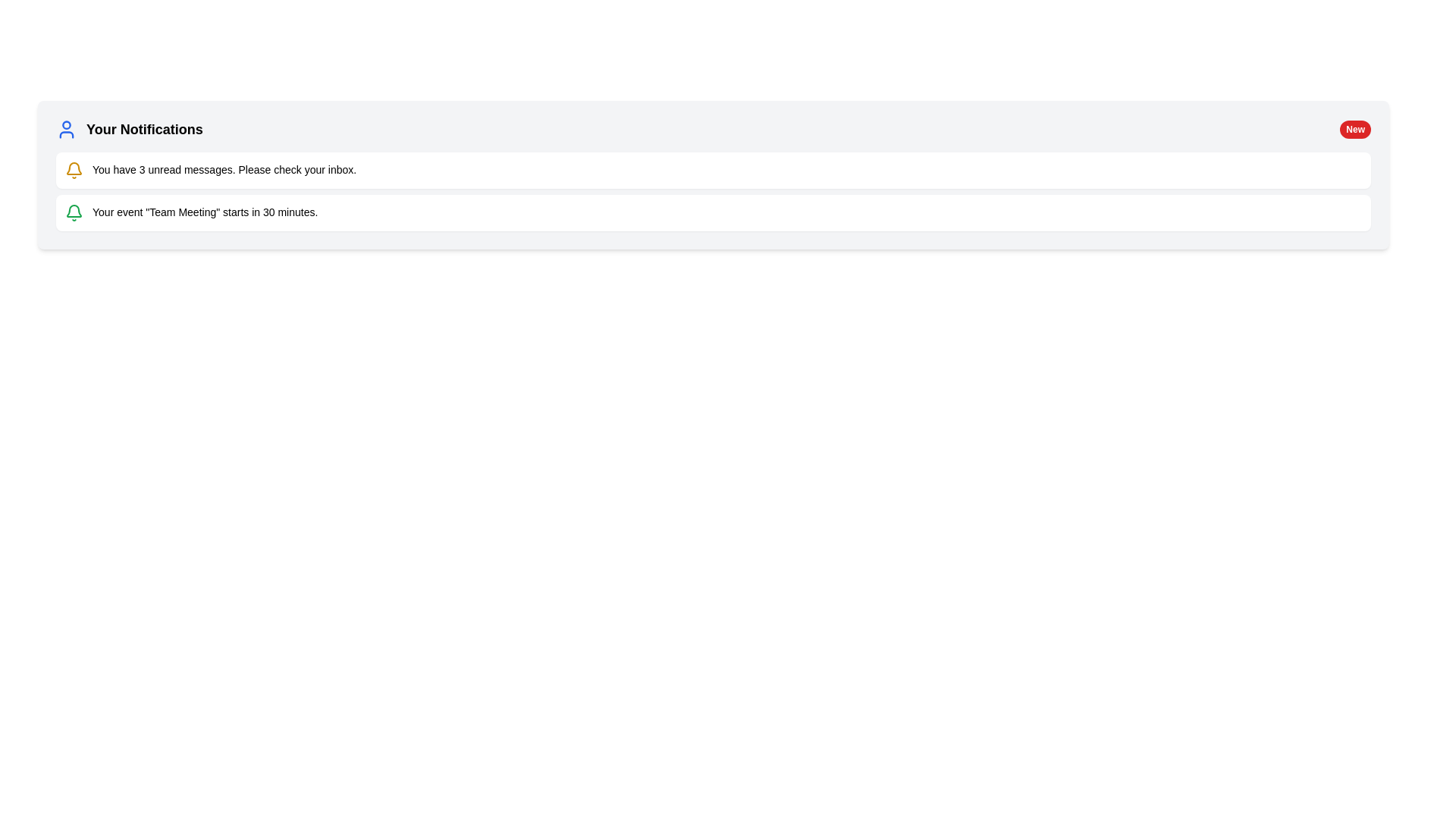  I want to click on the blue user icon located to the left of the 'Your Notifications' label, so click(65, 128).